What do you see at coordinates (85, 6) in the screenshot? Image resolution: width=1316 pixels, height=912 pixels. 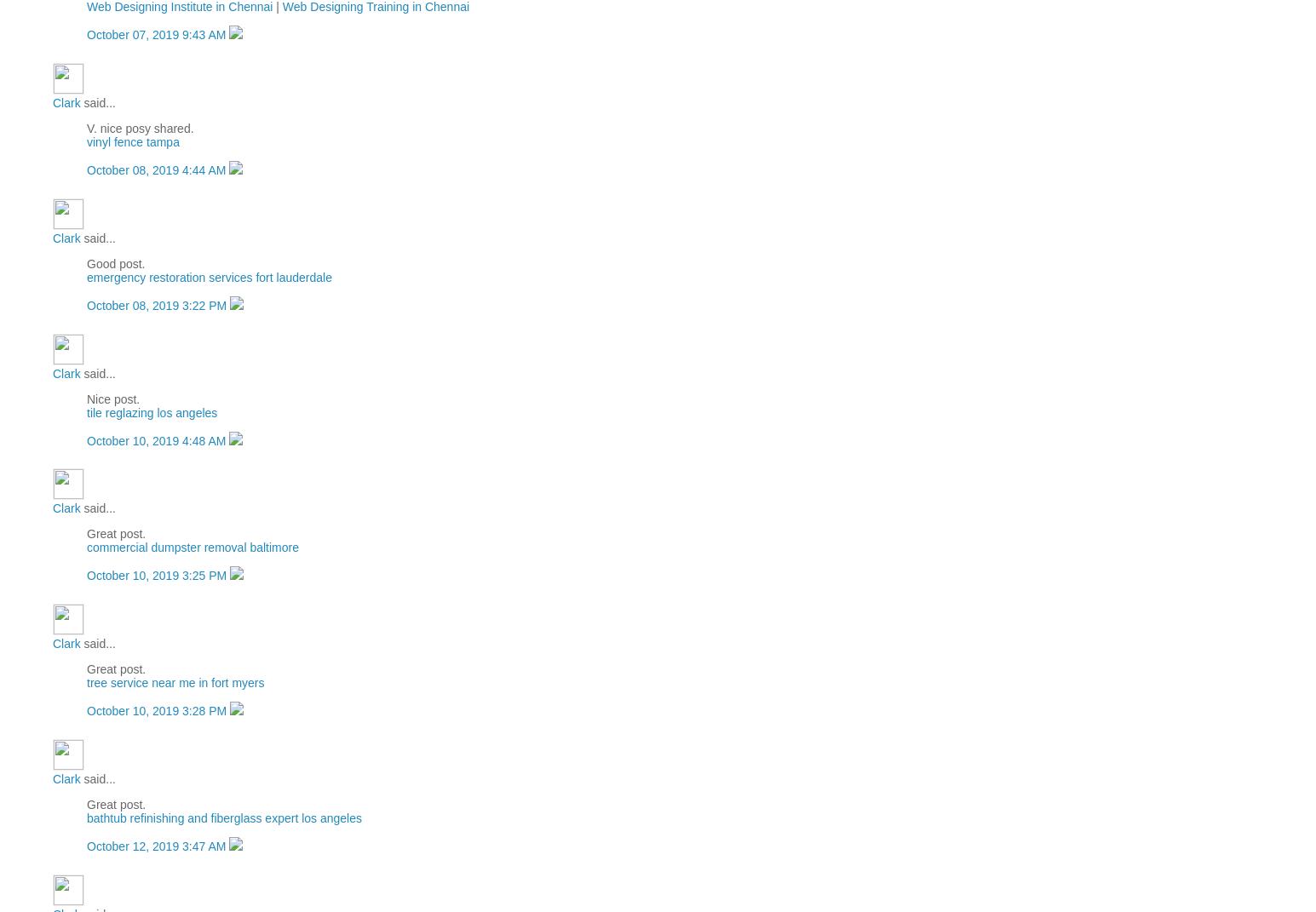 I see `'Web Designing Institute in Chennai'` at bounding box center [85, 6].